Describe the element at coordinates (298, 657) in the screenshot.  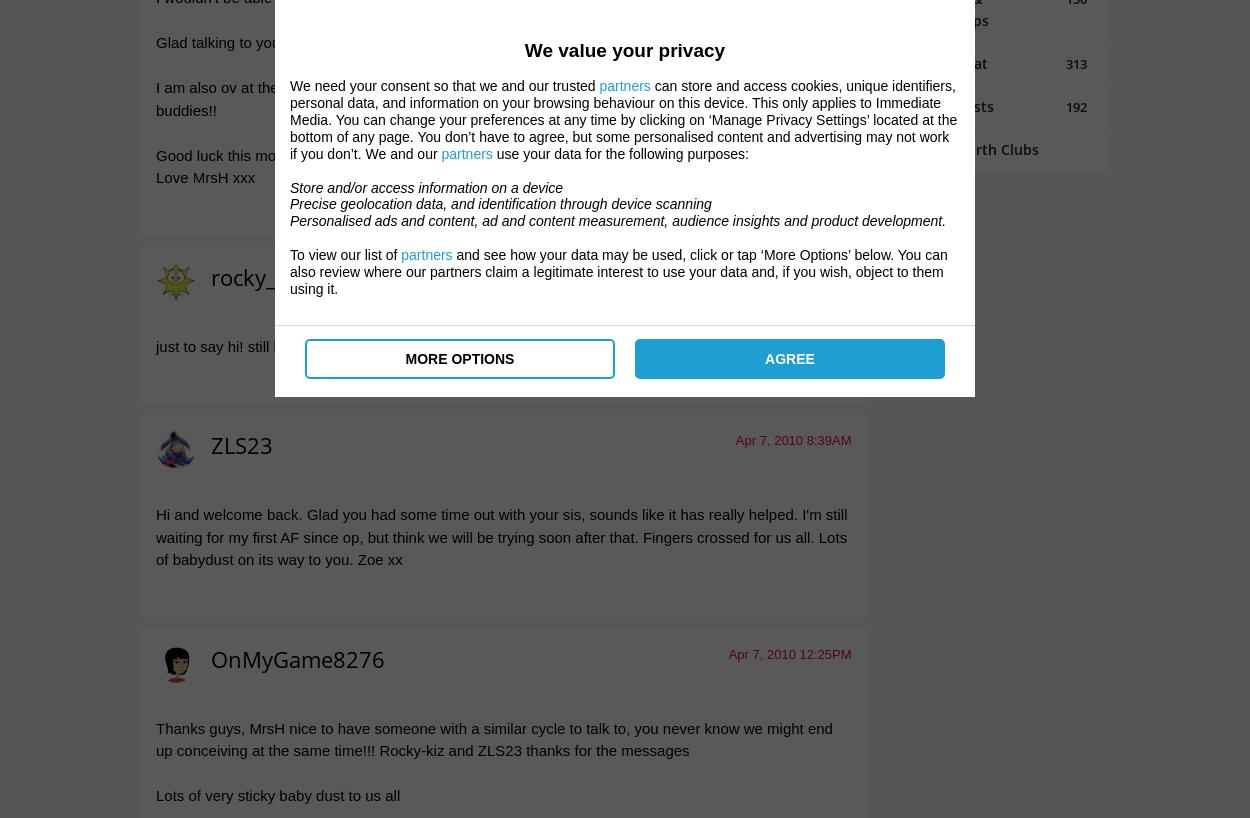
I see `'OnMyGame8276'` at that location.